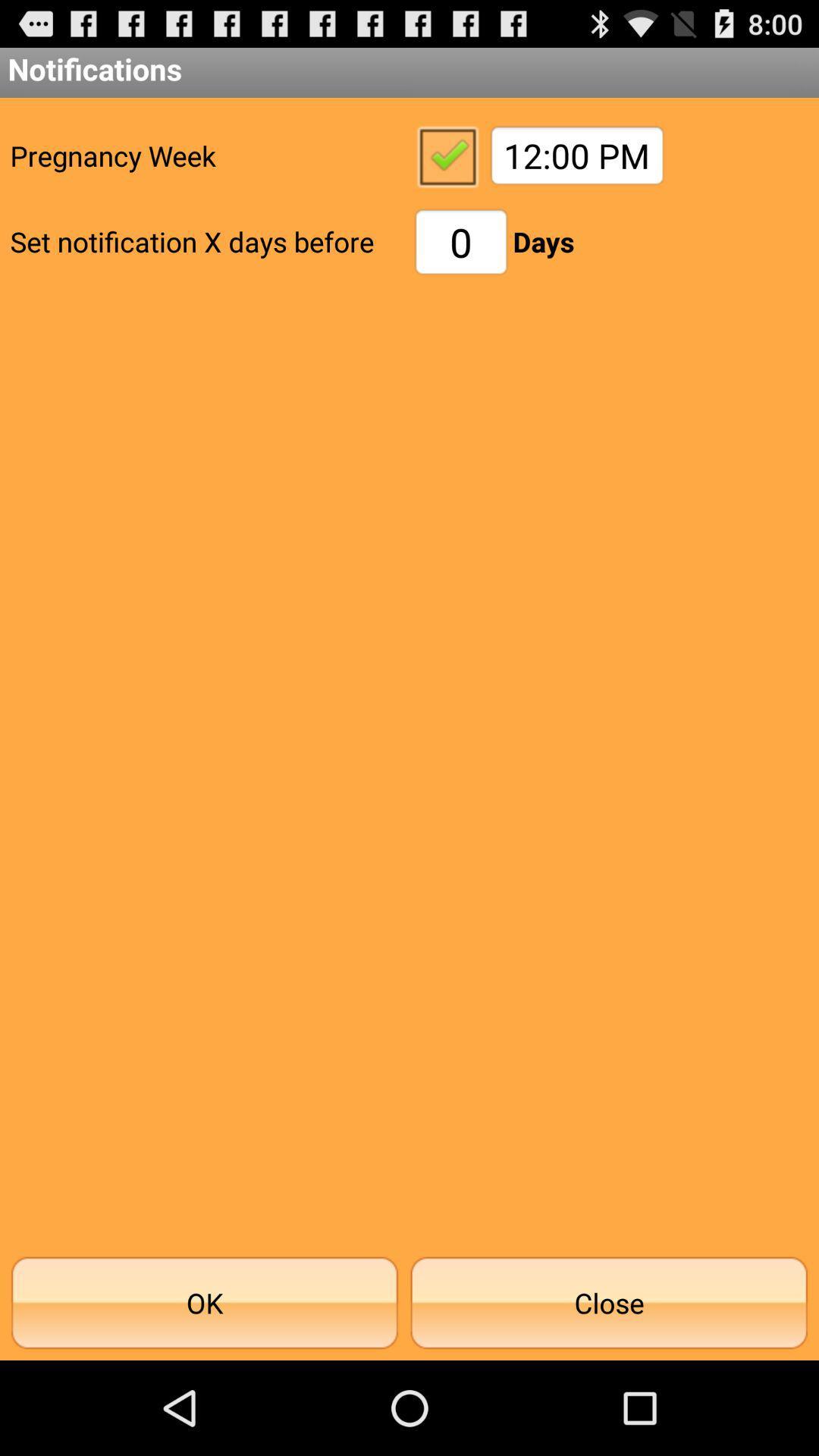 The width and height of the screenshot is (819, 1456). I want to click on ok, so click(446, 155).